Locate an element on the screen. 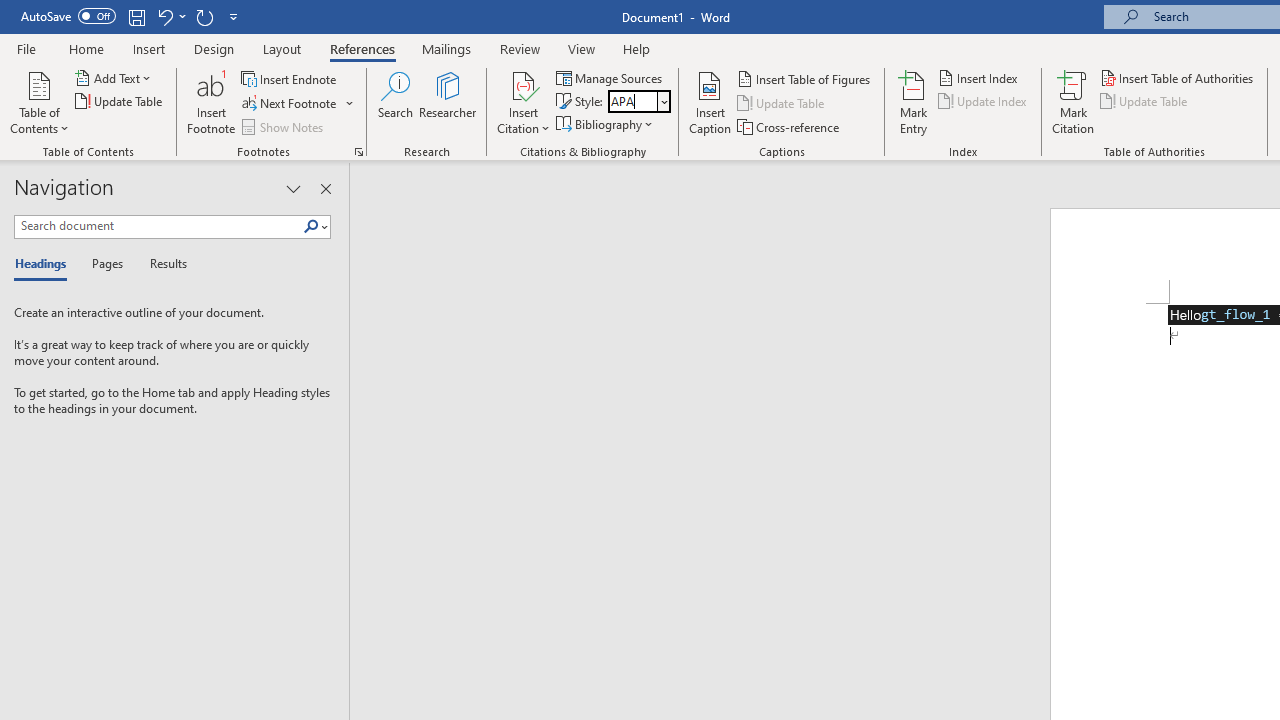 This screenshot has height=720, width=1280. 'Insert' is located at coordinates (148, 48).